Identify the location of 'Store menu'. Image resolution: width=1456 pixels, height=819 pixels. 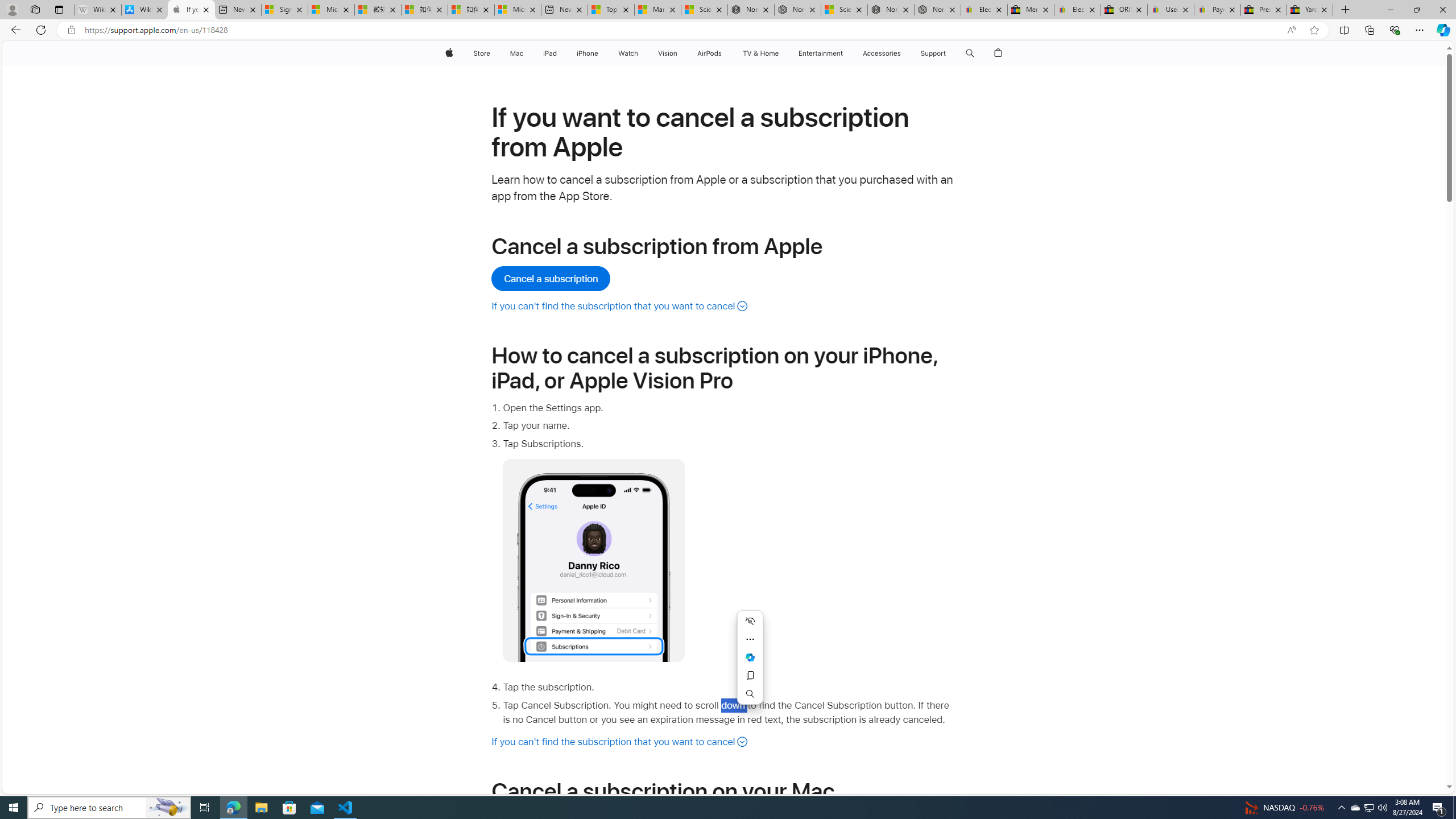
(492, 53).